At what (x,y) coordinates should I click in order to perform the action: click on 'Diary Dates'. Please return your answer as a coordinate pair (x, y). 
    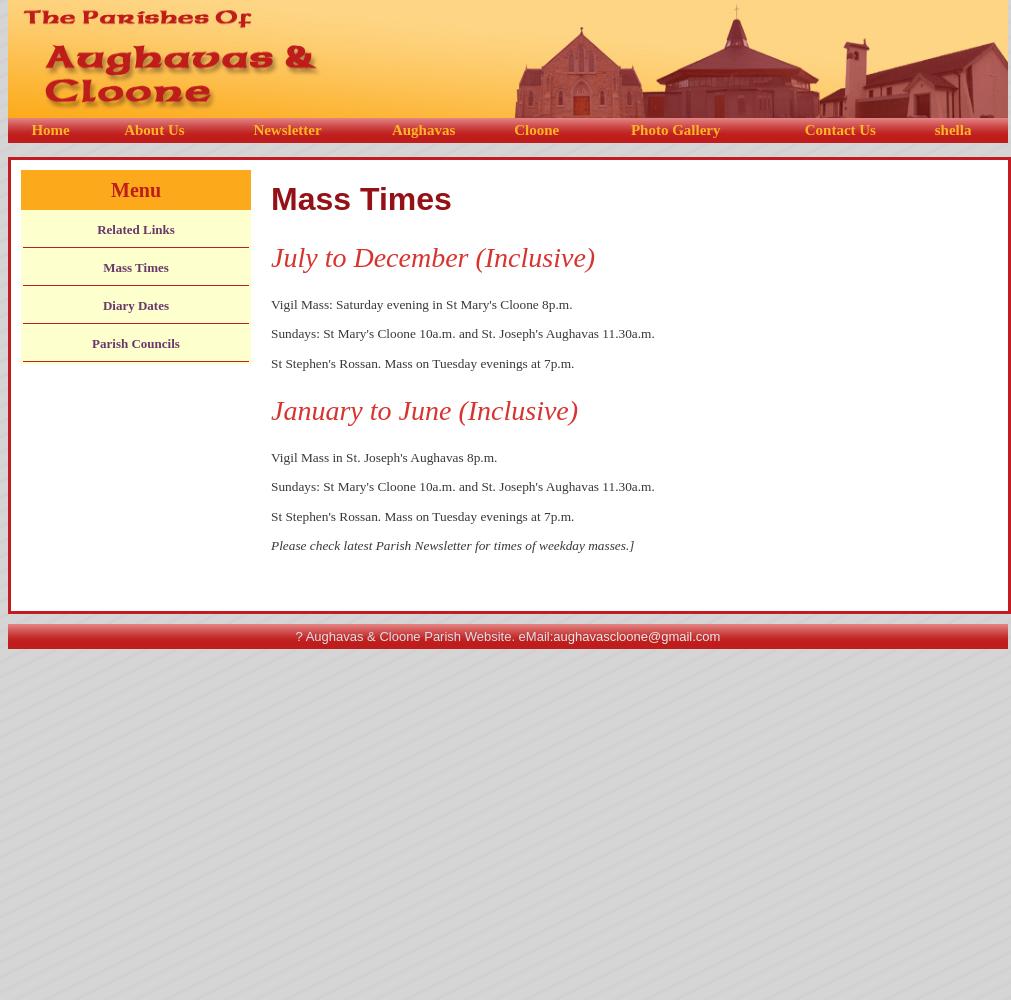
    Looking at the image, I should click on (134, 305).